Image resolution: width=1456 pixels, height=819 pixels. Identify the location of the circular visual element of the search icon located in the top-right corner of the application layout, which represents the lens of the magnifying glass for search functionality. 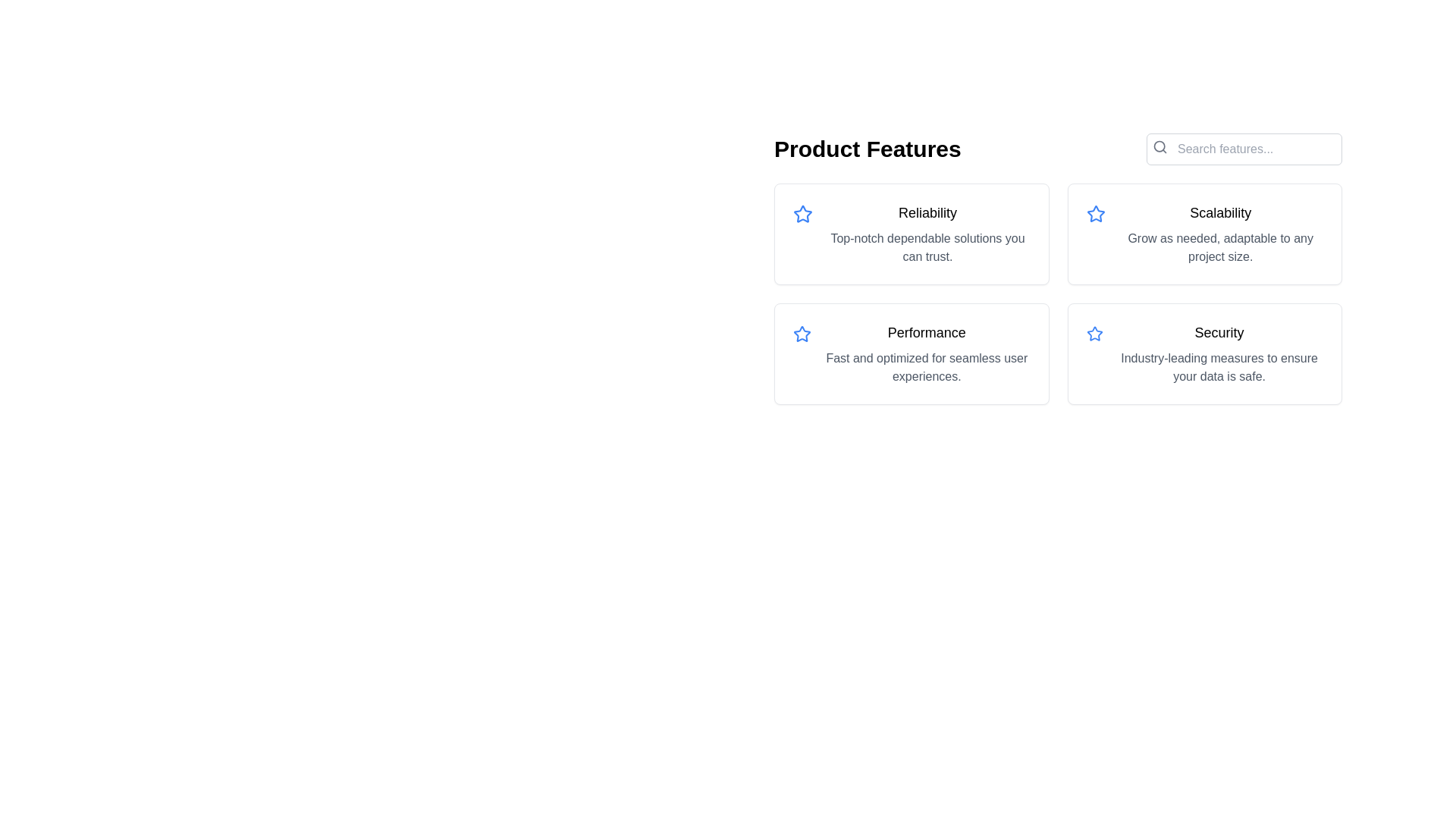
(1159, 146).